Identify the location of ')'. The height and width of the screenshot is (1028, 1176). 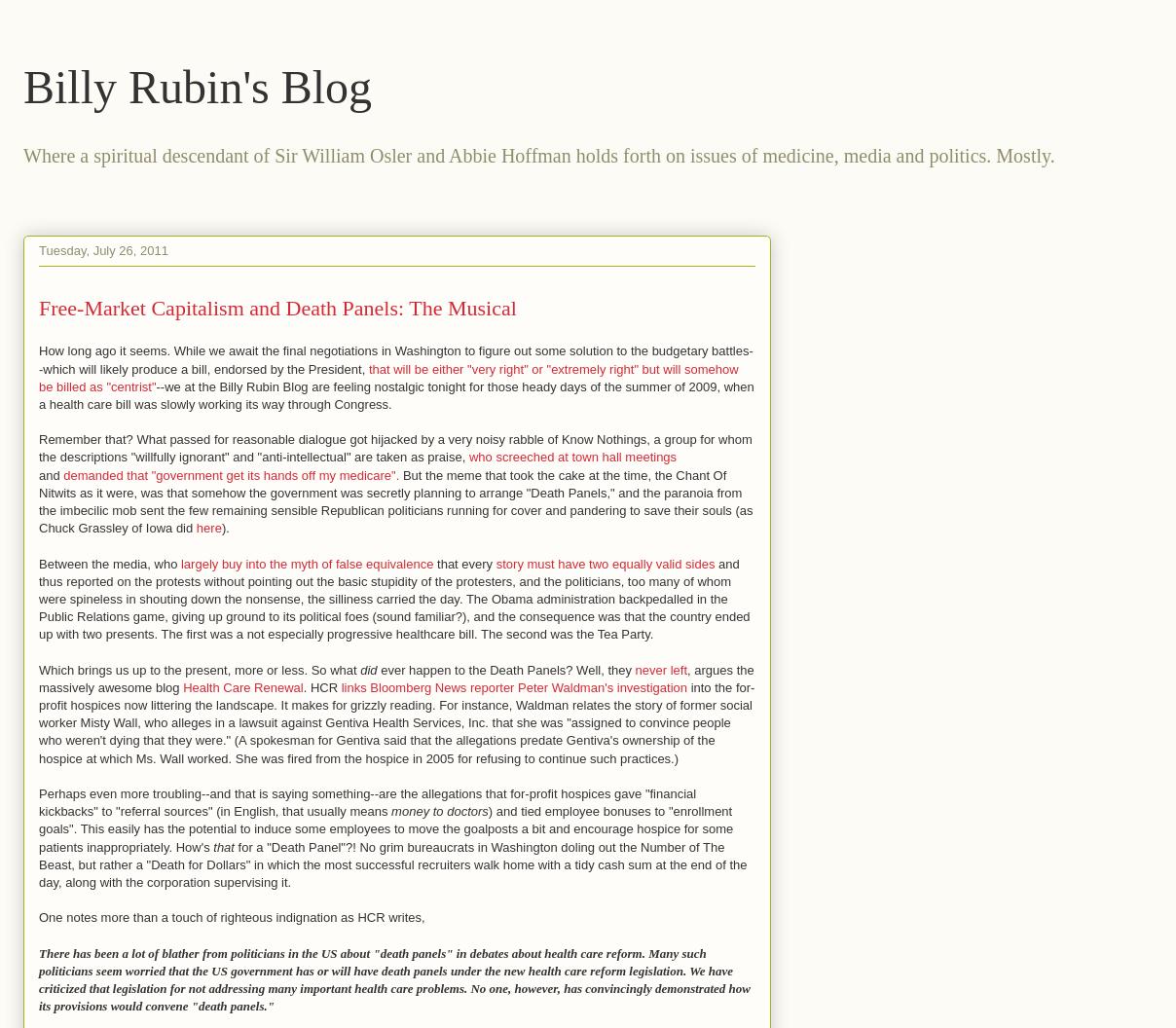
(487, 811).